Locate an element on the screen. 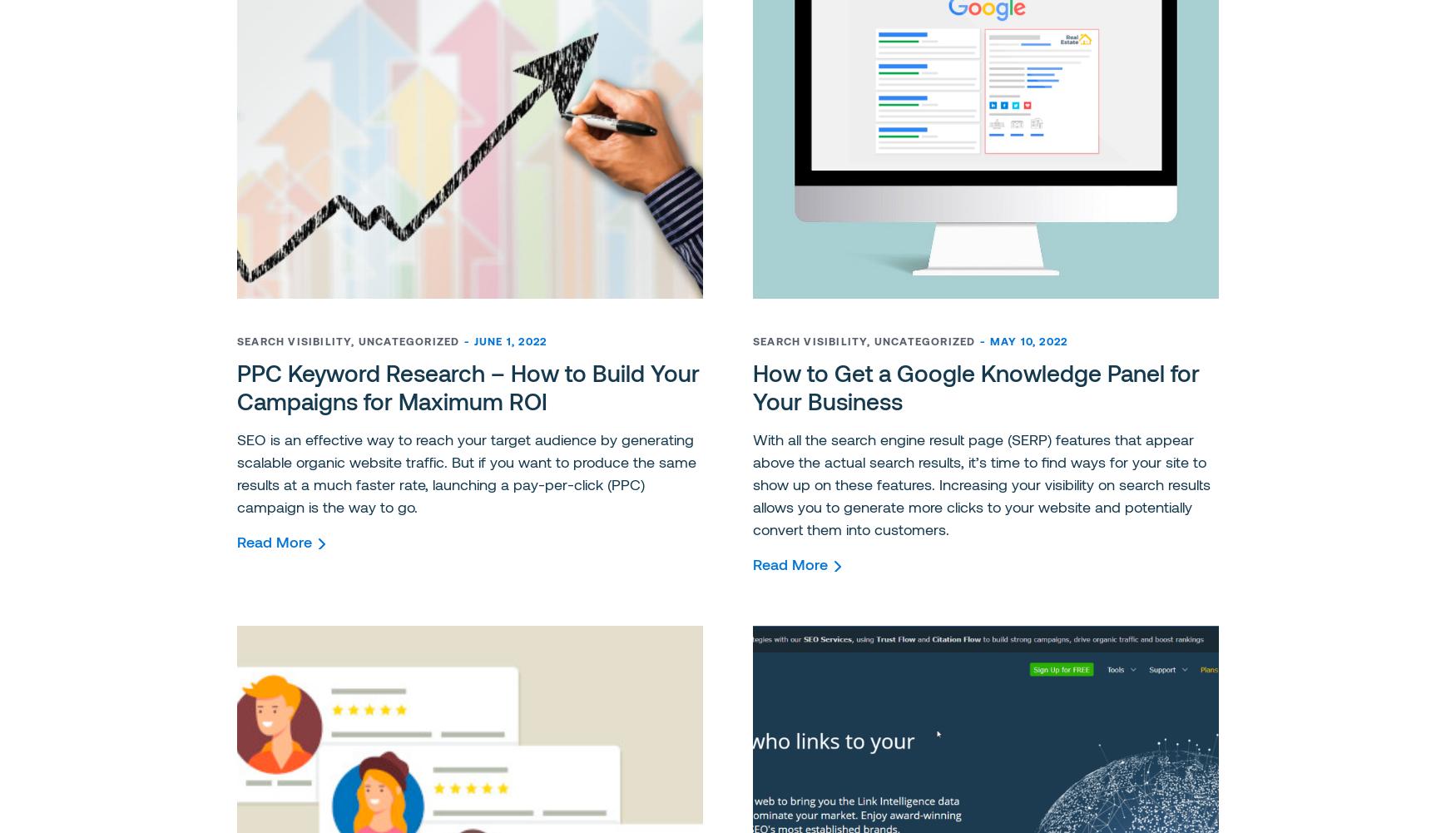 The width and height of the screenshot is (1456, 833). 'May 10, 2022' is located at coordinates (1028, 340).